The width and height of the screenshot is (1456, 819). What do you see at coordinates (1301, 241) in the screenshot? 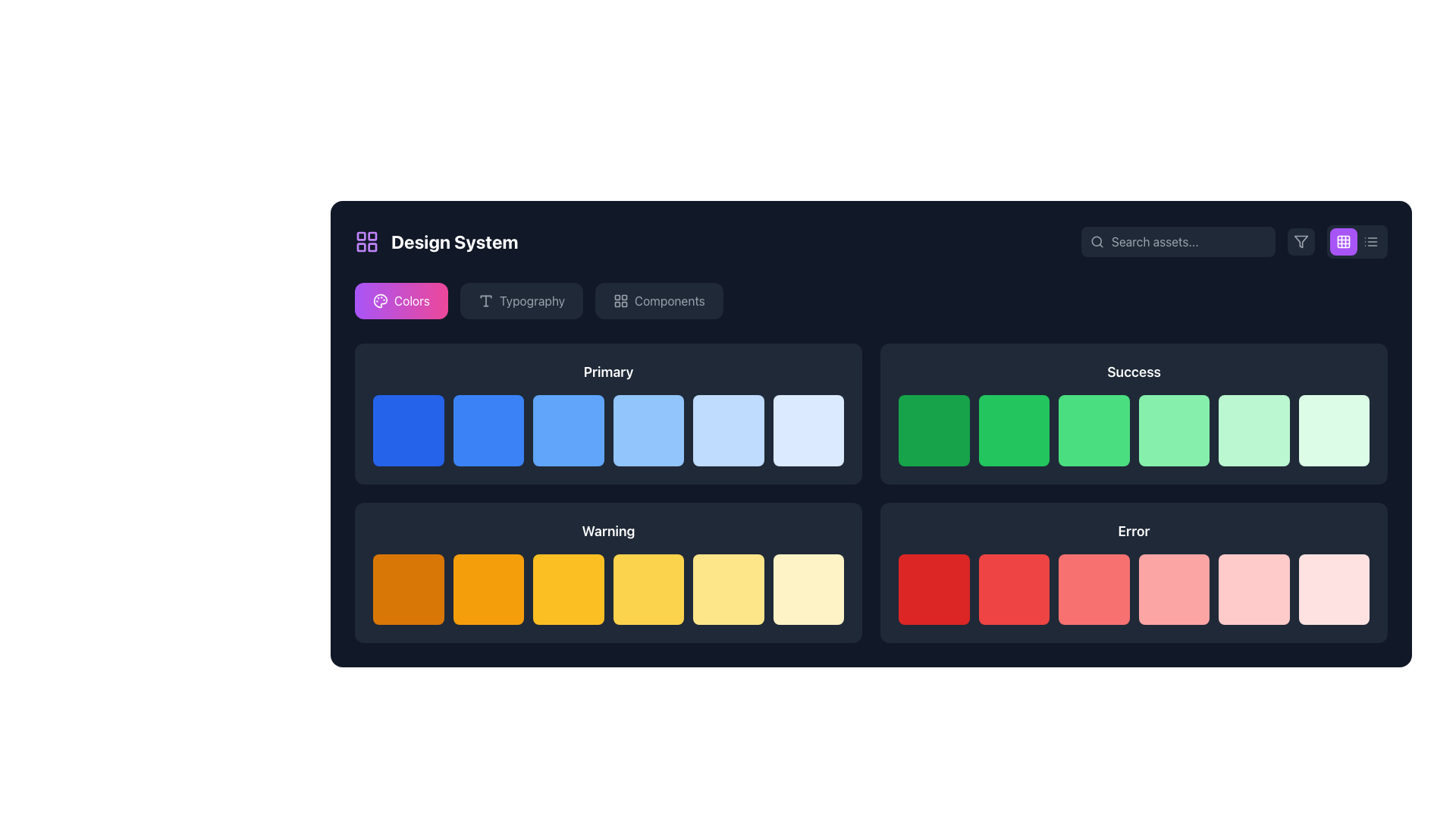
I see `the stylized filter icon button, which is a funnel shape outlined in gray and located` at bounding box center [1301, 241].